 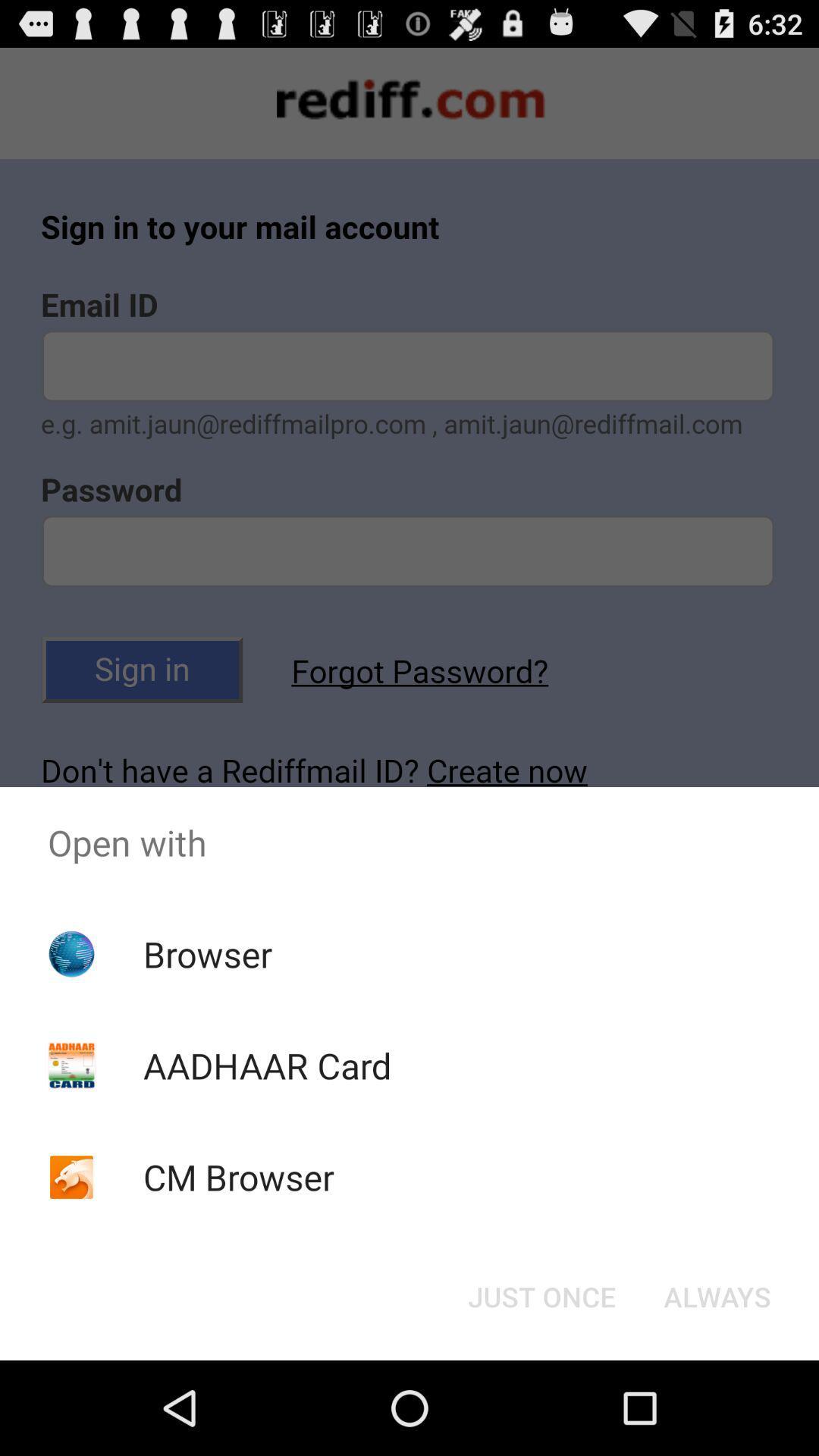 What do you see at coordinates (541, 1295) in the screenshot?
I see `item next to always button` at bounding box center [541, 1295].